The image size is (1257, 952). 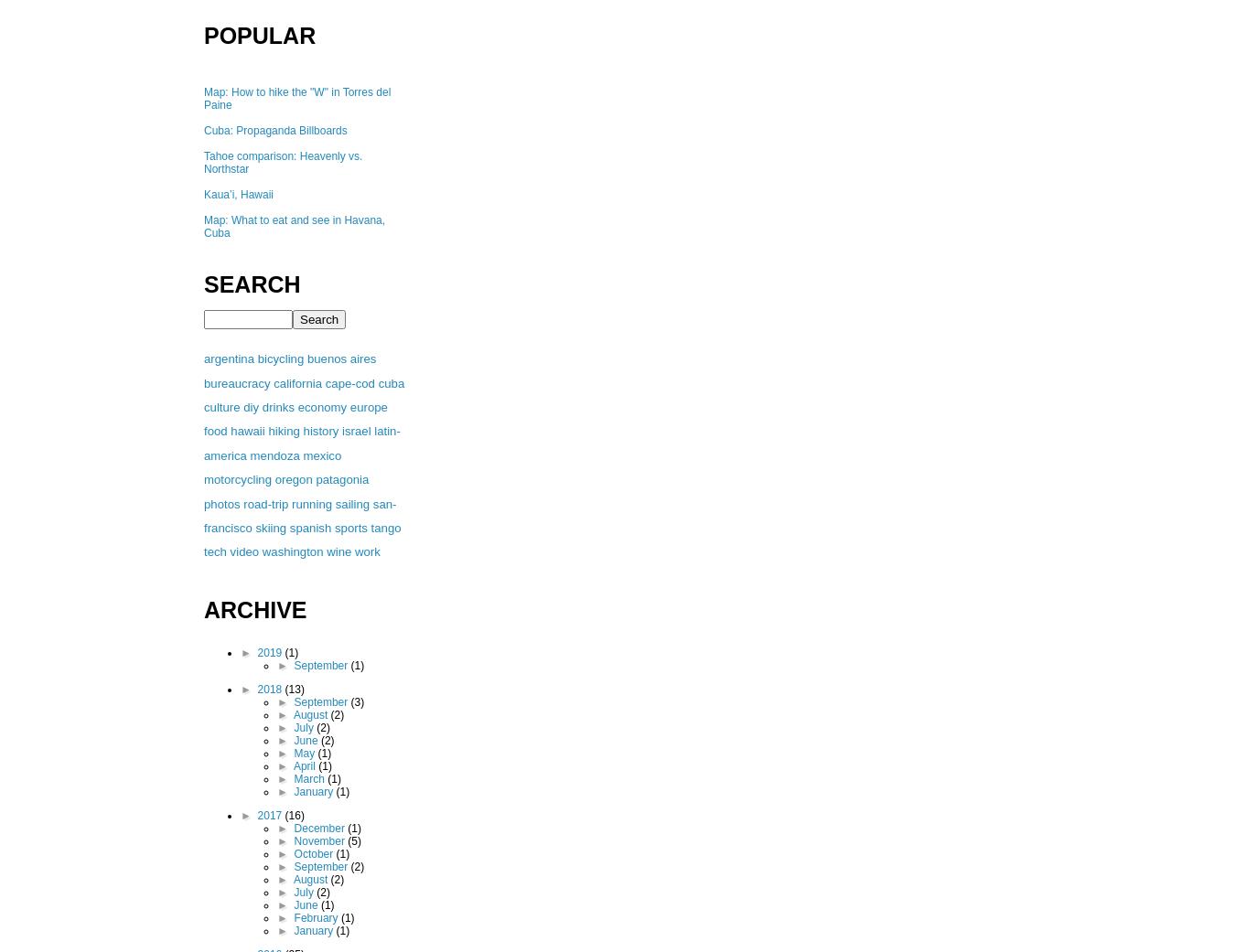 I want to click on 'diy', so click(x=250, y=406).